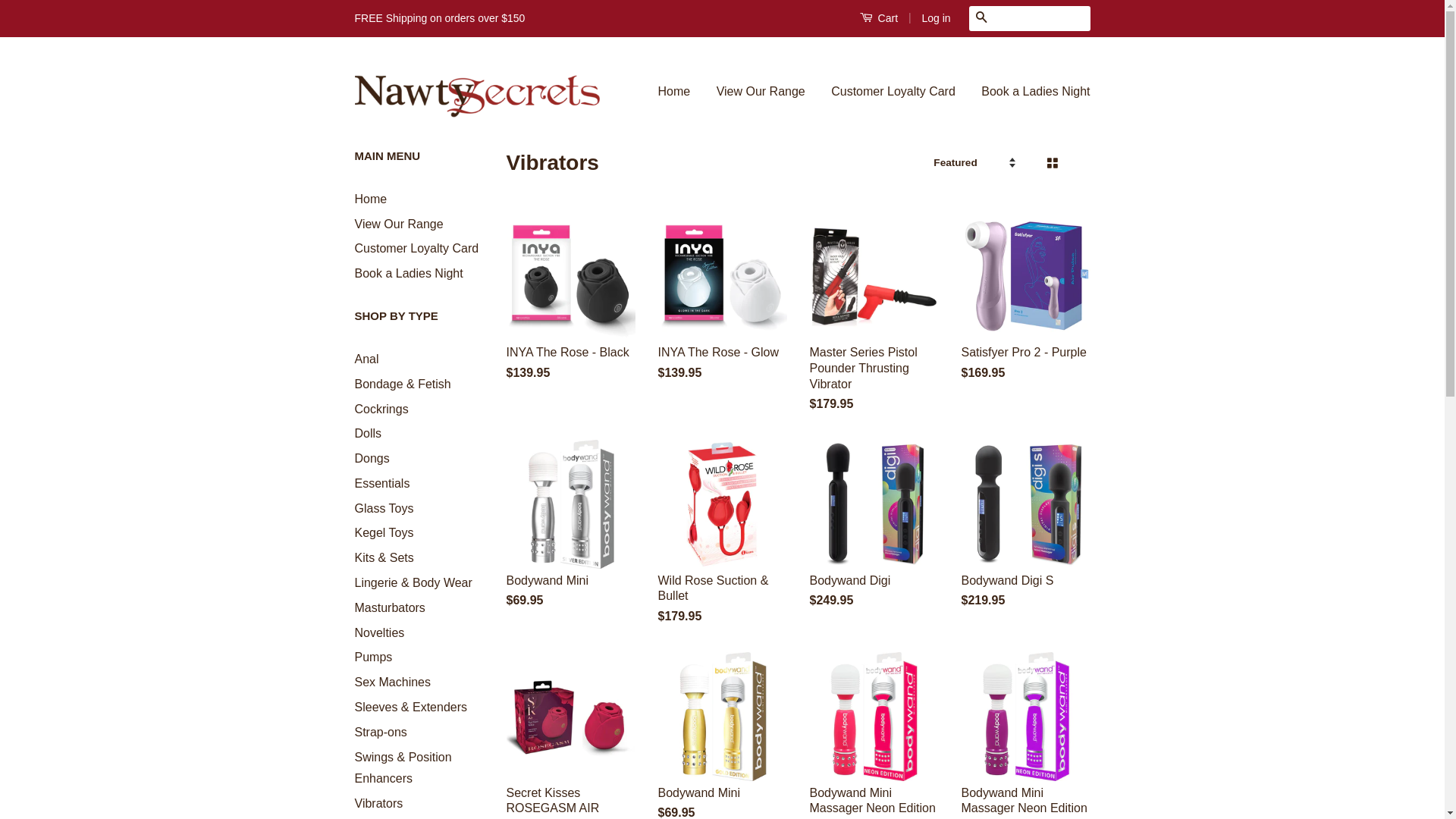  Describe the element at coordinates (390, 607) in the screenshot. I see `'Masturbators'` at that location.